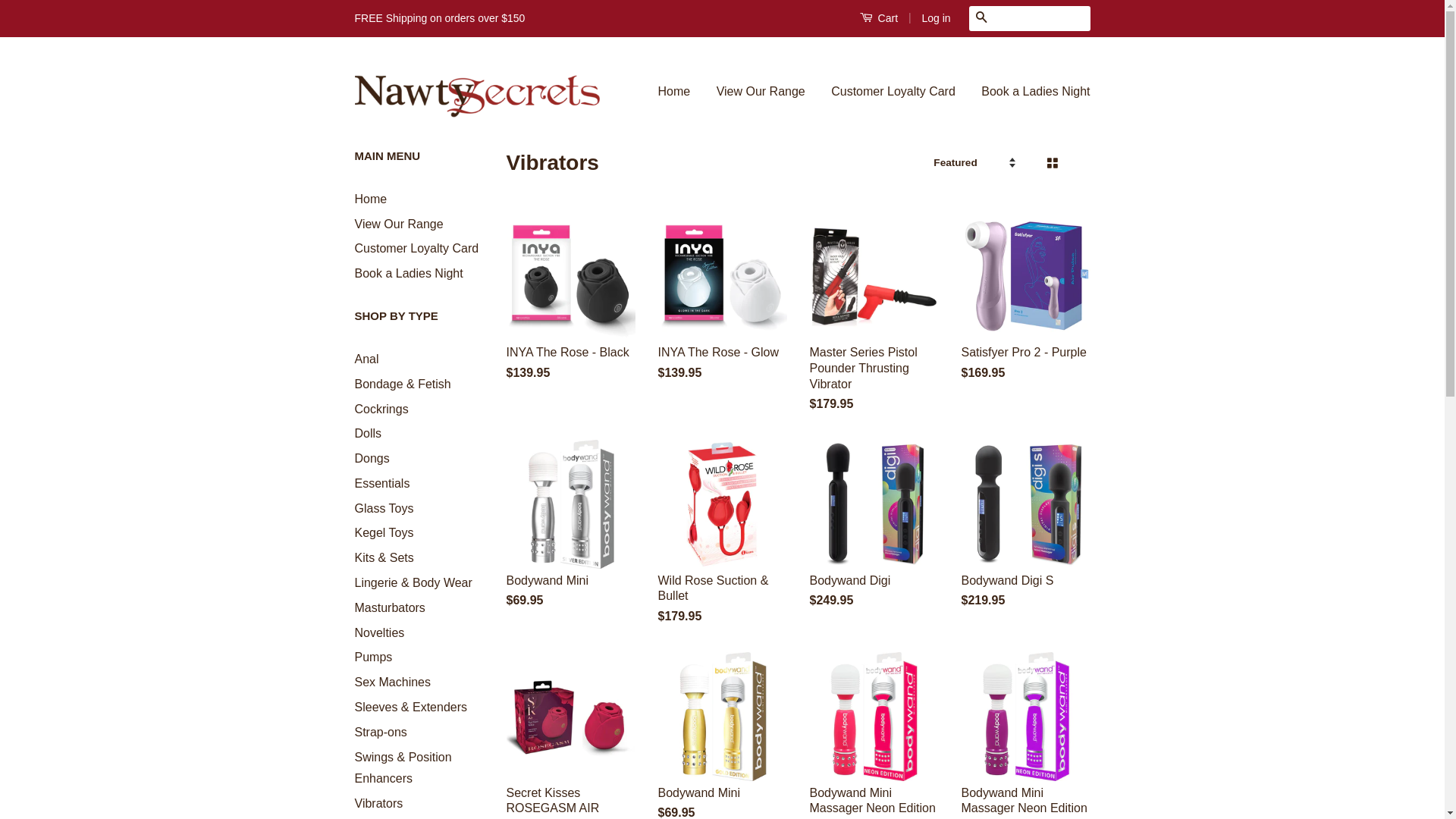  Describe the element at coordinates (390, 607) in the screenshot. I see `'Masturbators'` at that location.